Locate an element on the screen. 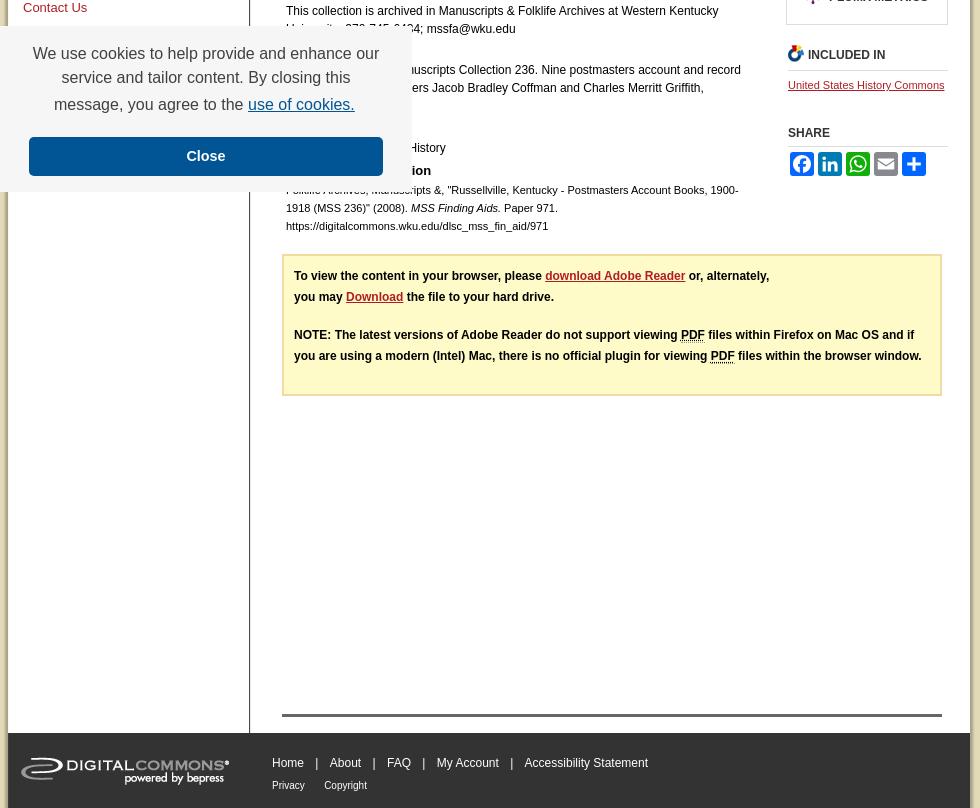  'or, alternately,' is located at coordinates (726, 274).